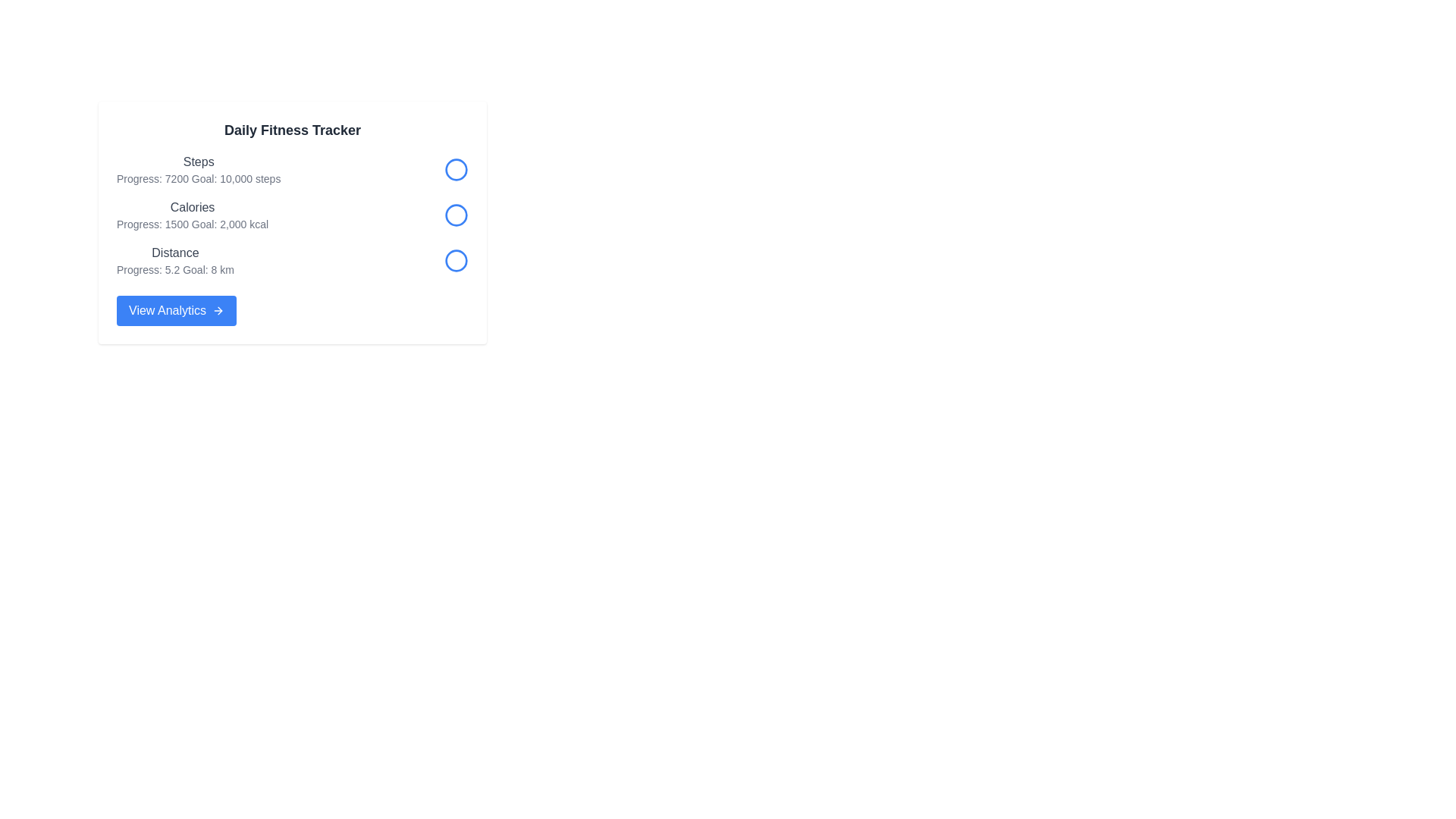 This screenshot has width=1456, height=819. Describe the element at coordinates (455, 169) in the screenshot. I see `the radio button for the 'Steps' tracking option in the Daily Fitness Tracker card` at that location.